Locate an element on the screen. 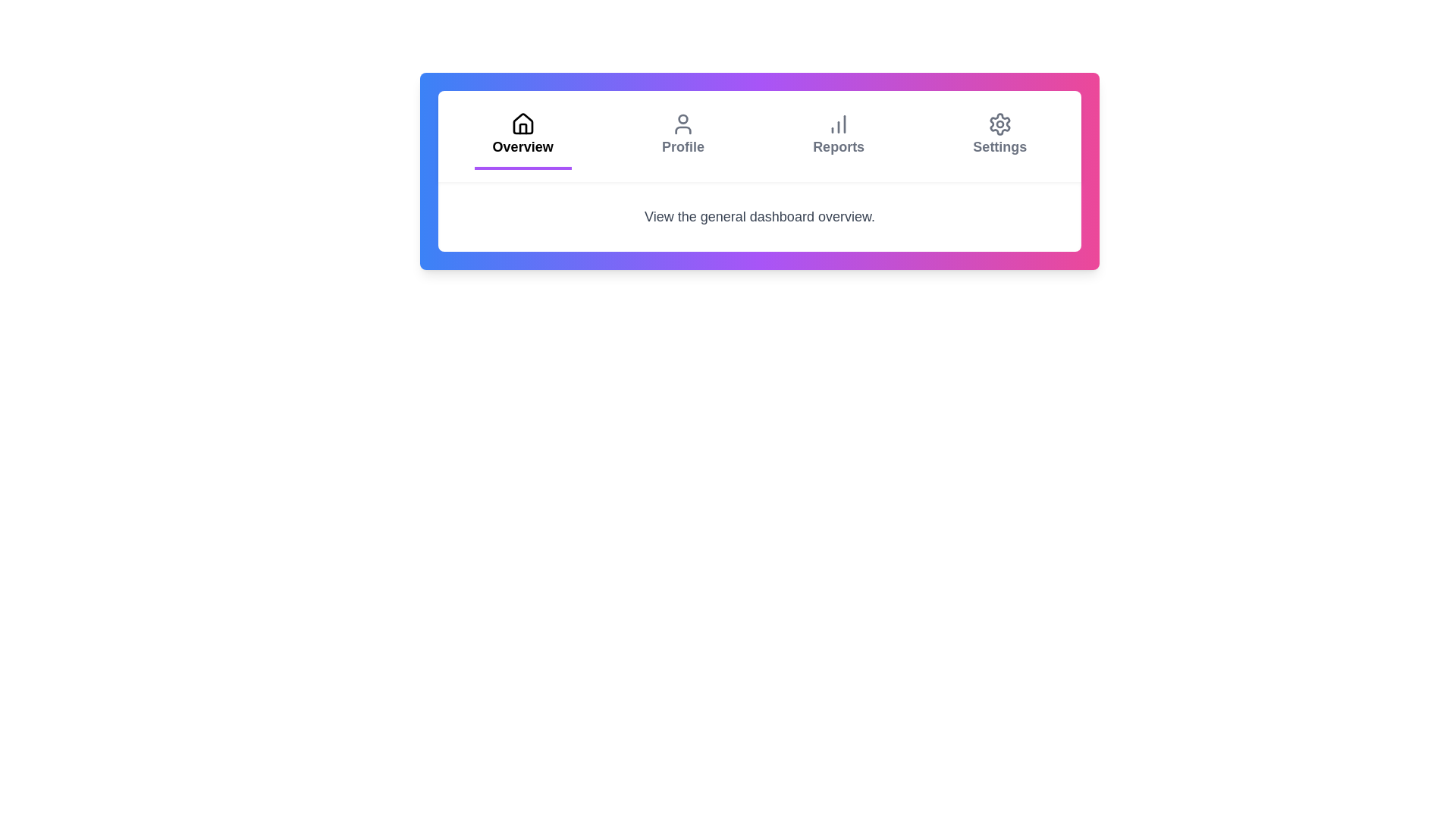 The width and height of the screenshot is (1456, 819). the configuration cogwheel icon located at the top-right section of the horizontal navigation bar, which serves as a visual representation of the settings option is located at coordinates (999, 124).